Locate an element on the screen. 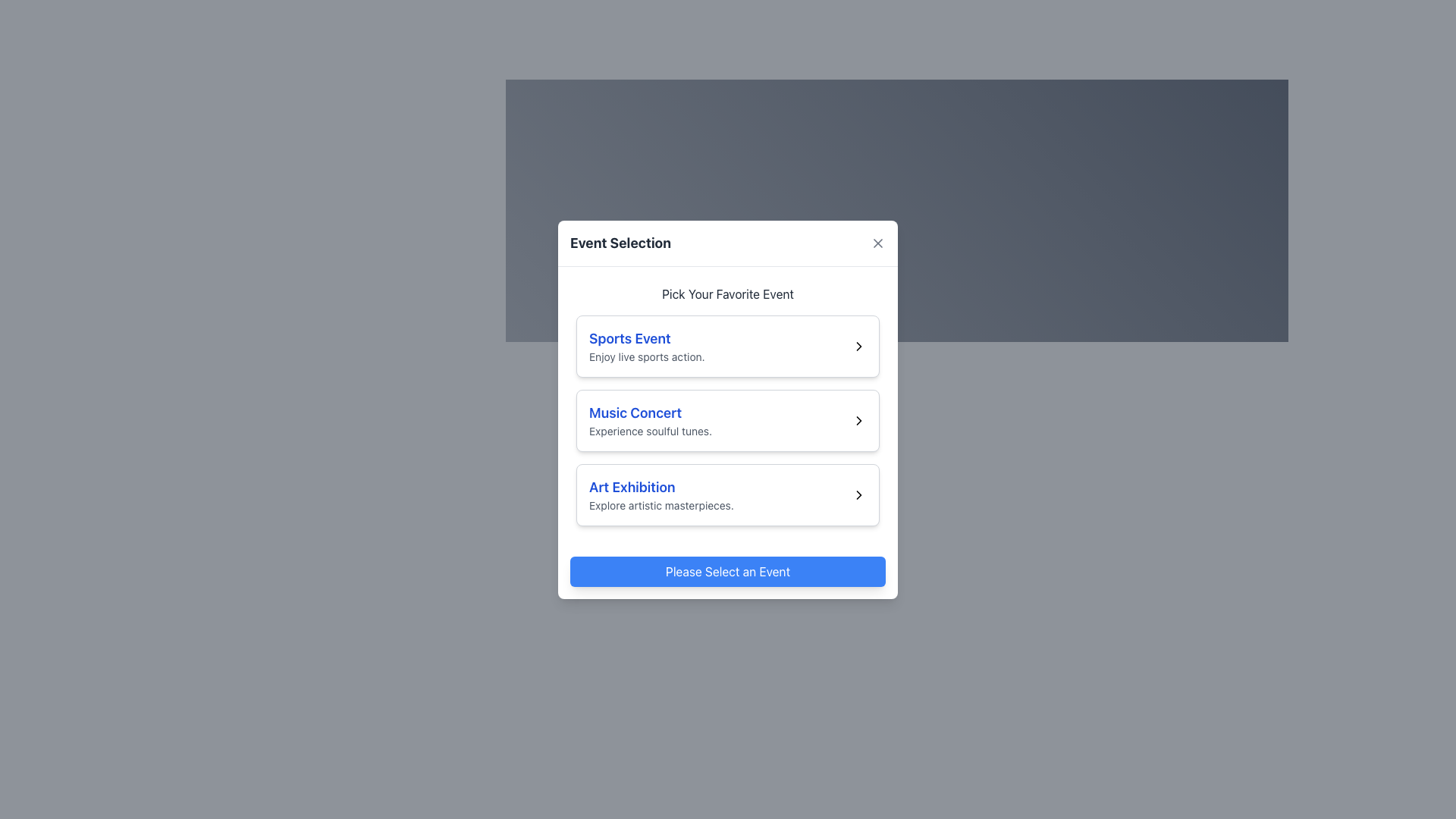 This screenshot has width=1456, height=819. the blue button labeled 'Please Select an Event' at the bottom of the modal is located at coordinates (728, 571).